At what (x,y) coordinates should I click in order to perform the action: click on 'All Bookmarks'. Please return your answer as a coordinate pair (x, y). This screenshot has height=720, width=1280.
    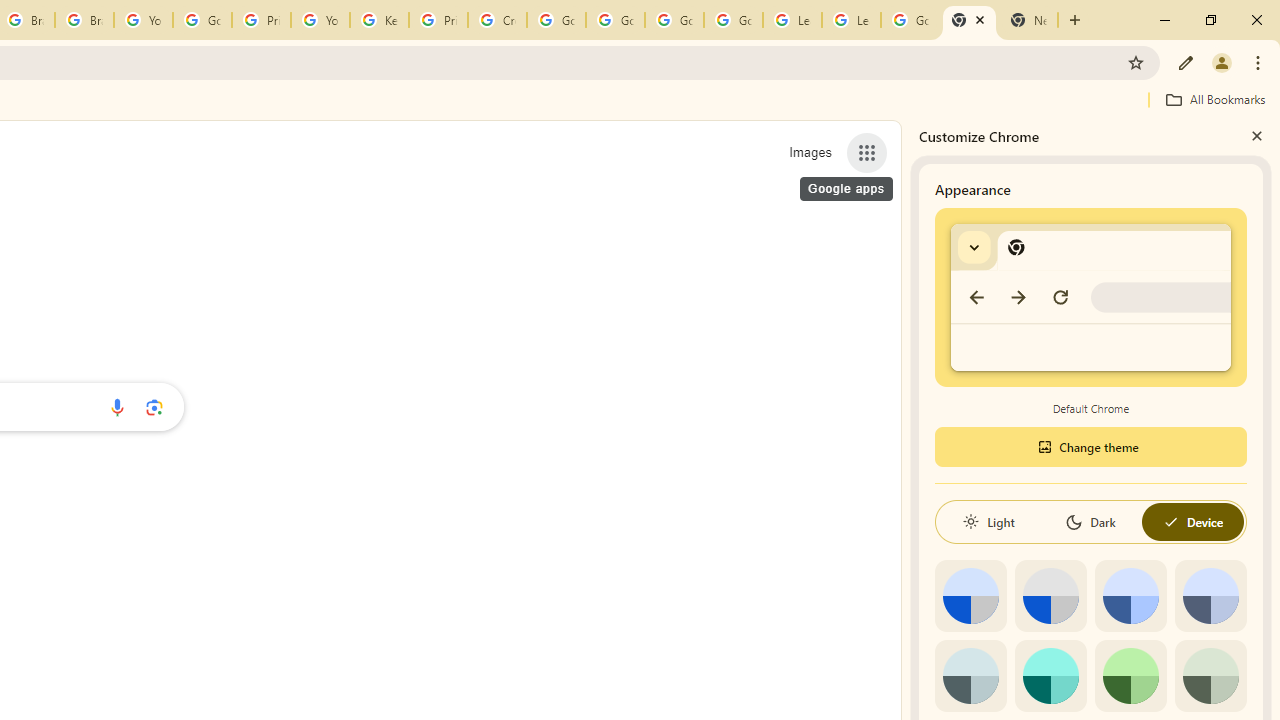
    Looking at the image, I should click on (1214, 99).